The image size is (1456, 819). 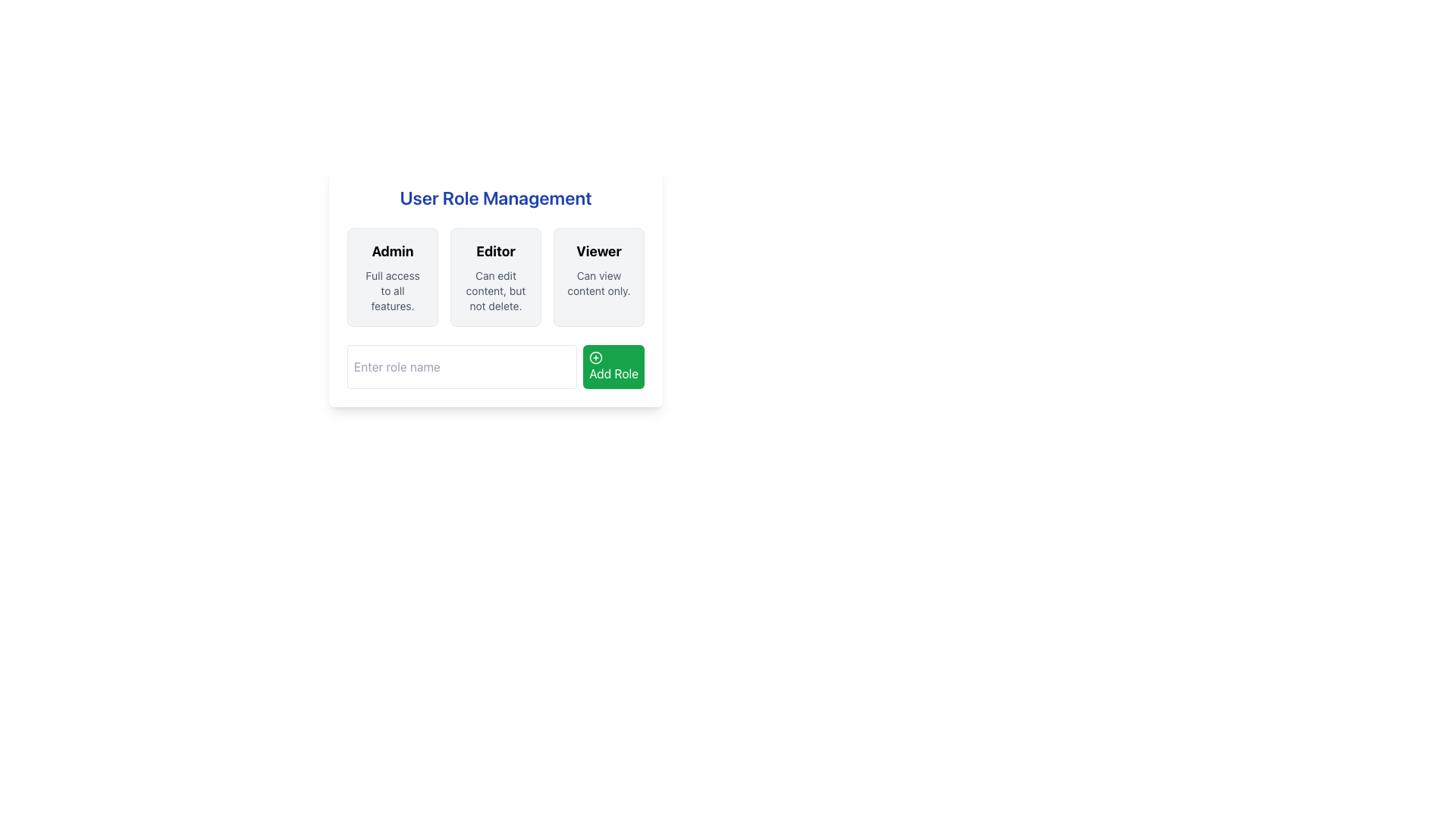 What do you see at coordinates (393, 250) in the screenshot?
I see `text content of the Text Label identifying the 'Admin' role, which is positioned at the top of a bordered and rounded rectangular section` at bounding box center [393, 250].